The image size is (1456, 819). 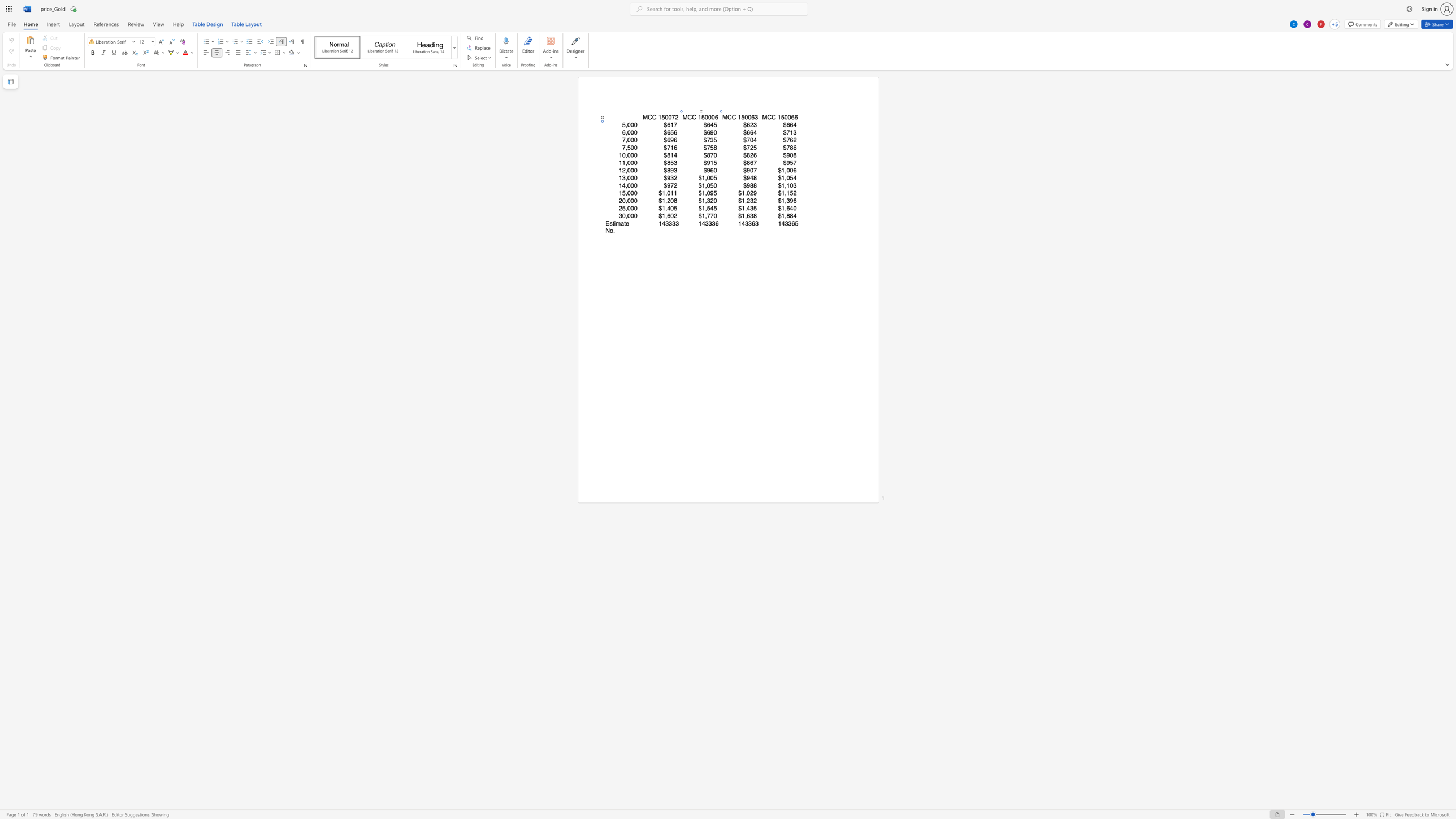 What do you see at coordinates (615, 223) in the screenshot?
I see `the 1th character "i" in the text` at bounding box center [615, 223].